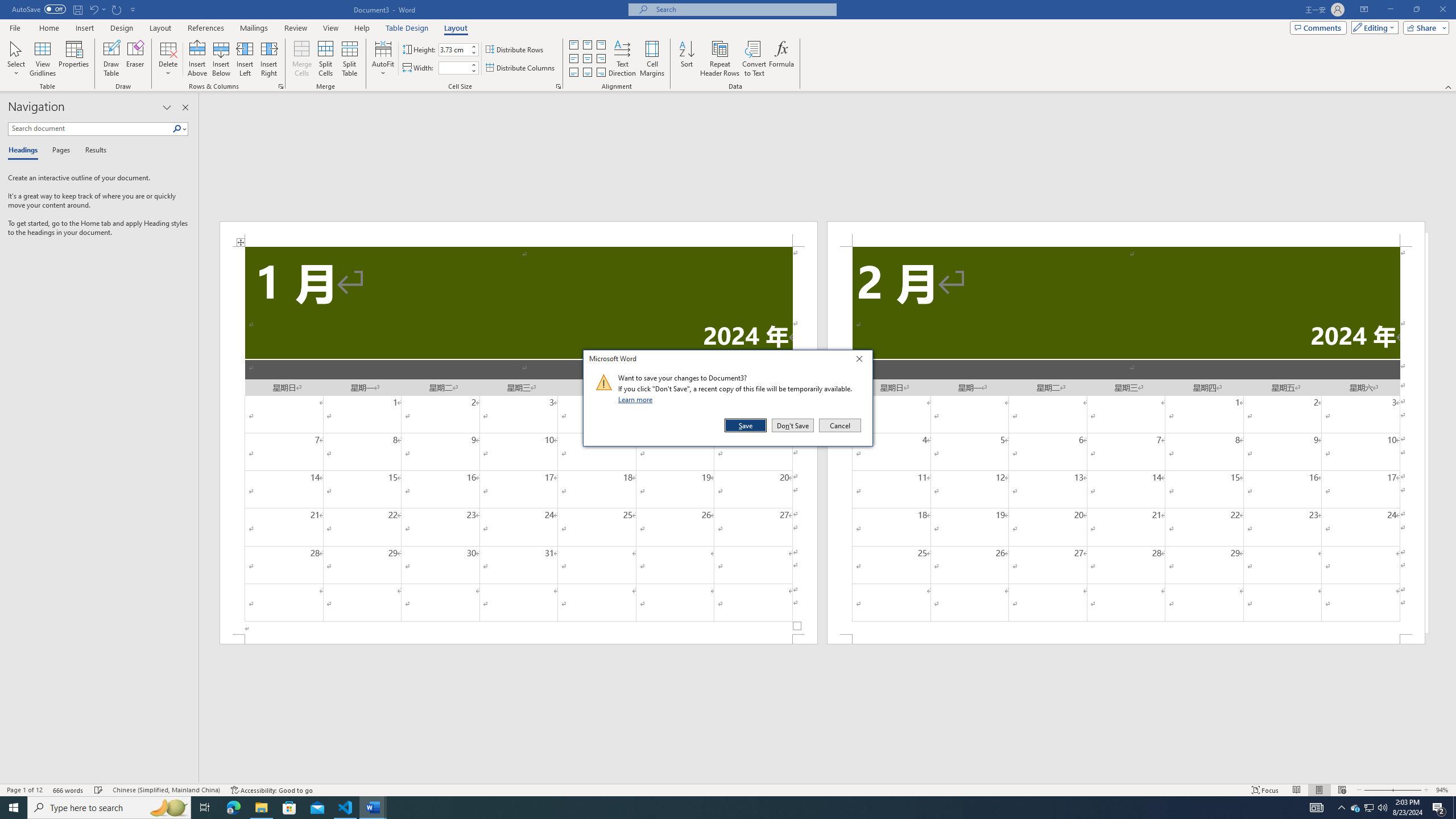 The height and width of the screenshot is (819, 1456). What do you see at coordinates (586, 59) in the screenshot?
I see `'Align Center'` at bounding box center [586, 59].